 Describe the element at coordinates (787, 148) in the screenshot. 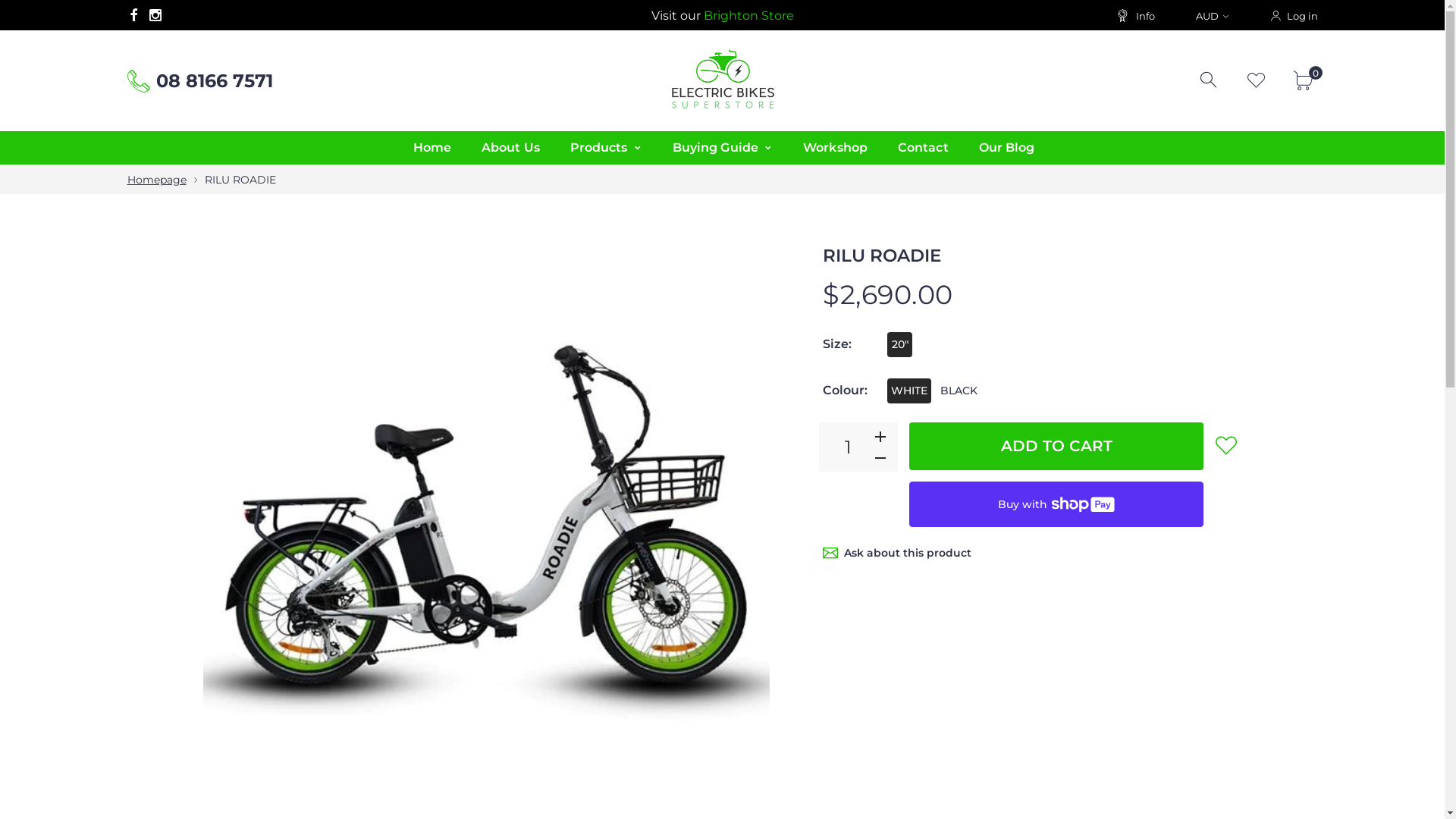

I see `'Workshop'` at that location.